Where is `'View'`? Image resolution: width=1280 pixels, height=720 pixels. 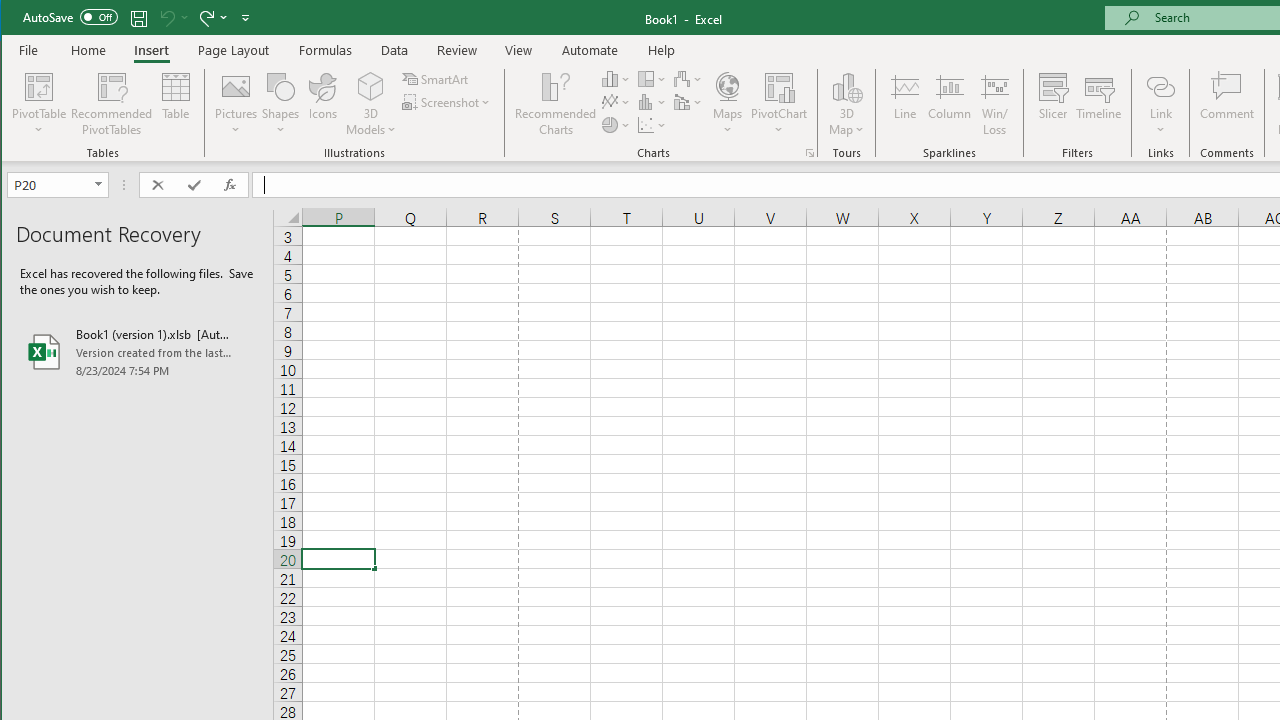
'View' is located at coordinates (519, 49).